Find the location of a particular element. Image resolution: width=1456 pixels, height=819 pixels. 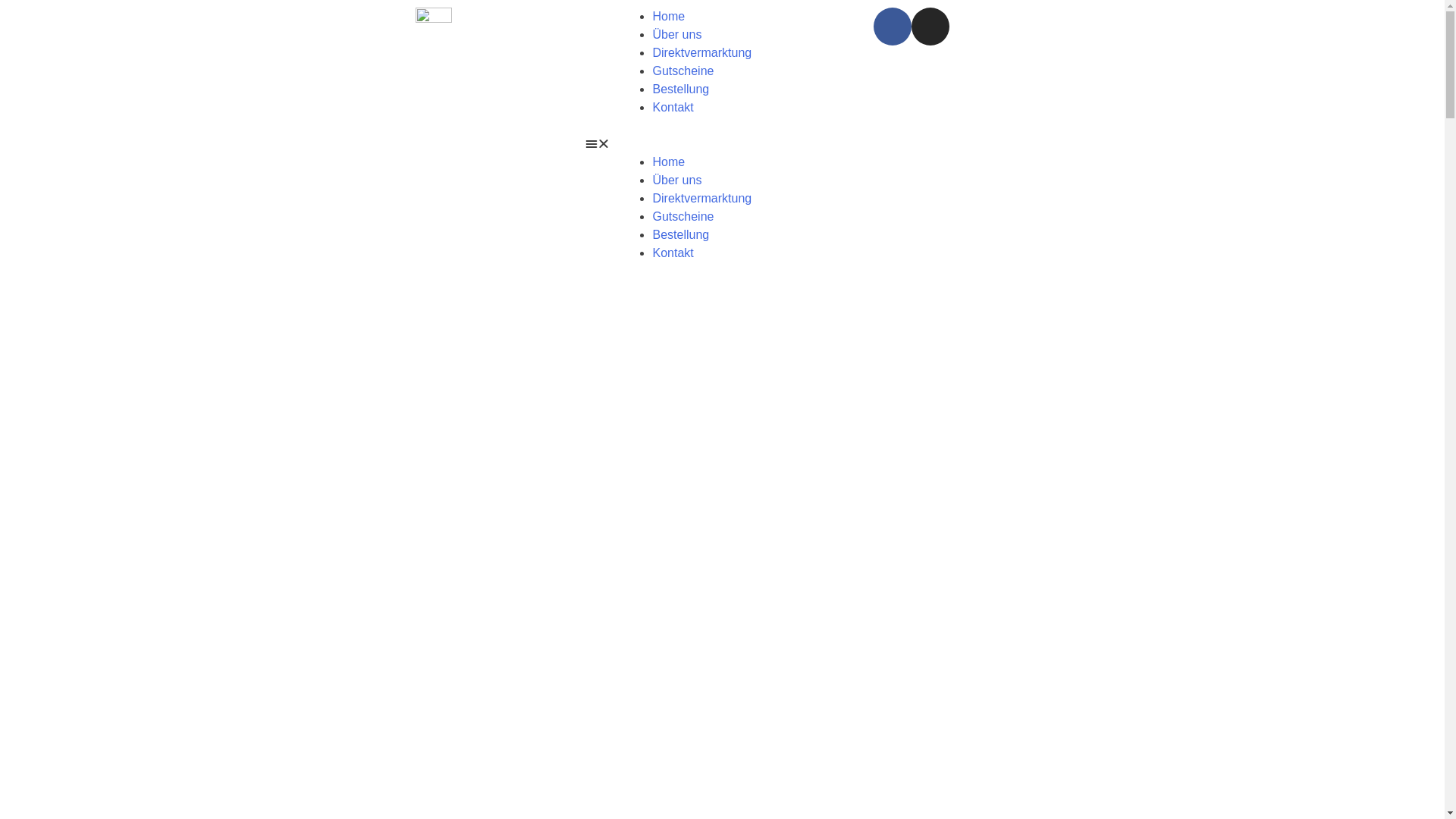

'Direktvermarktung' is located at coordinates (651, 197).